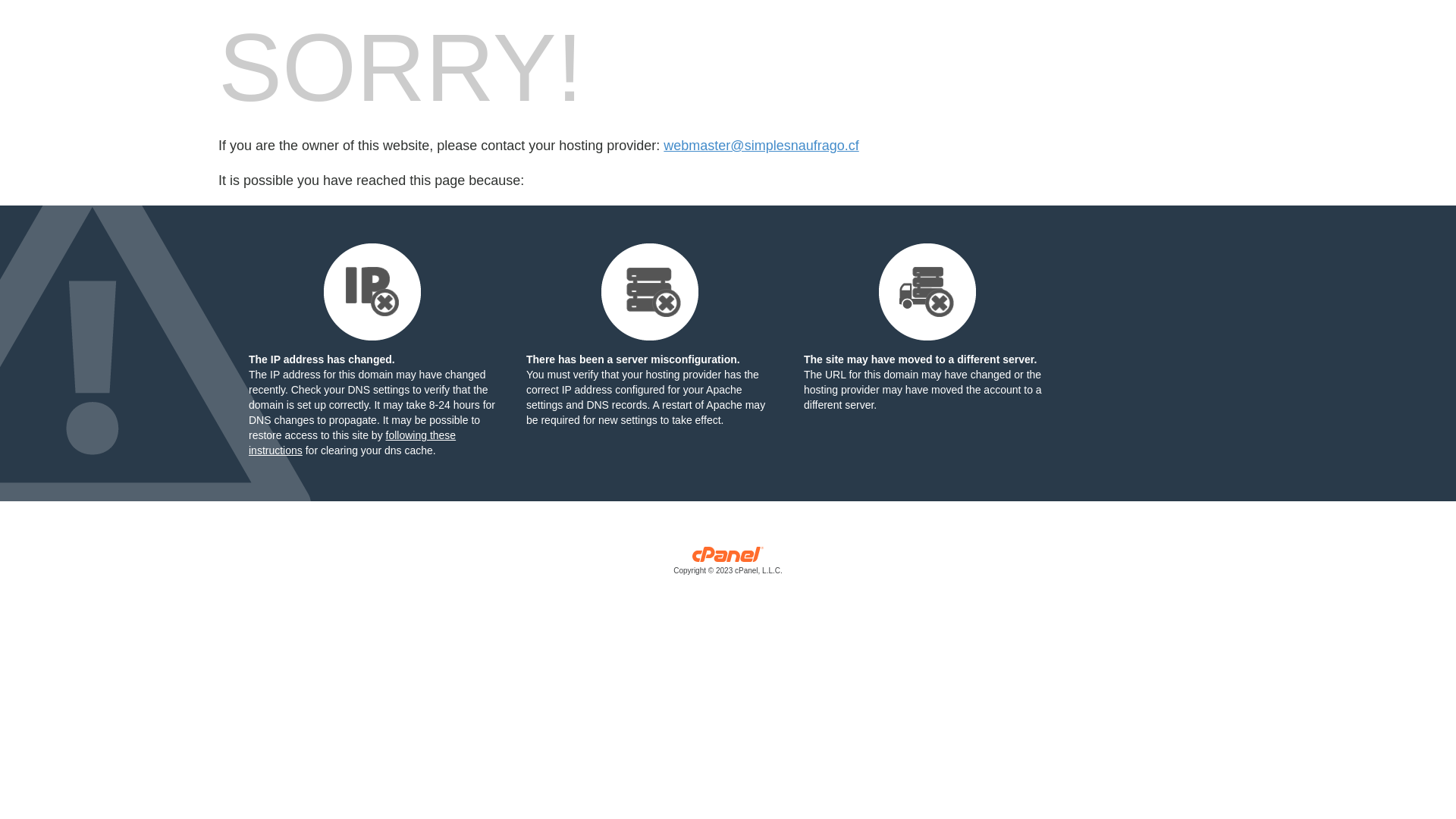 The width and height of the screenshot is (1456, 819). I want to click on 'following these instructions', so click(351, 442).